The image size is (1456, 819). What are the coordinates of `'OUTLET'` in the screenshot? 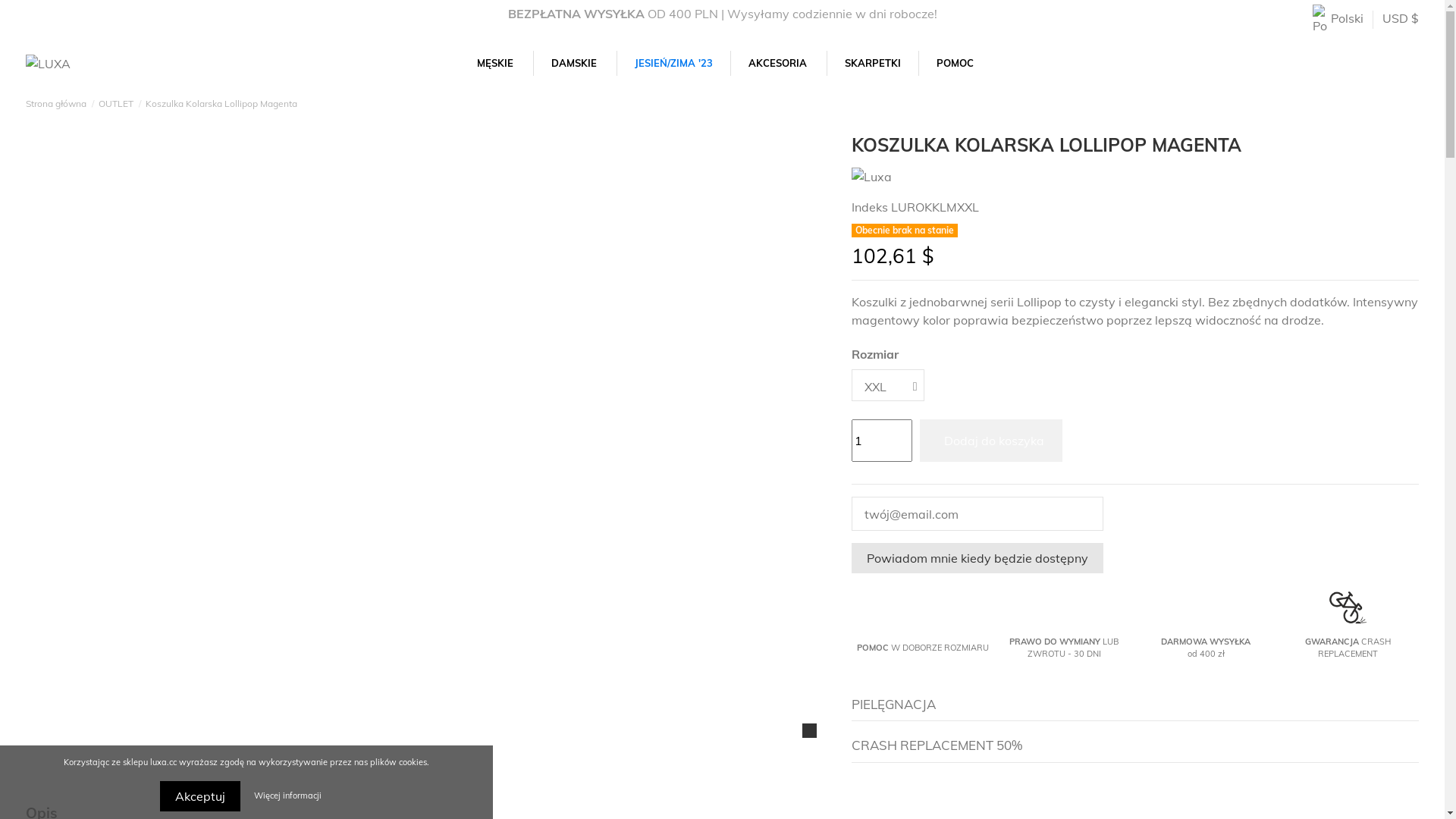 It's located at (115, 102).